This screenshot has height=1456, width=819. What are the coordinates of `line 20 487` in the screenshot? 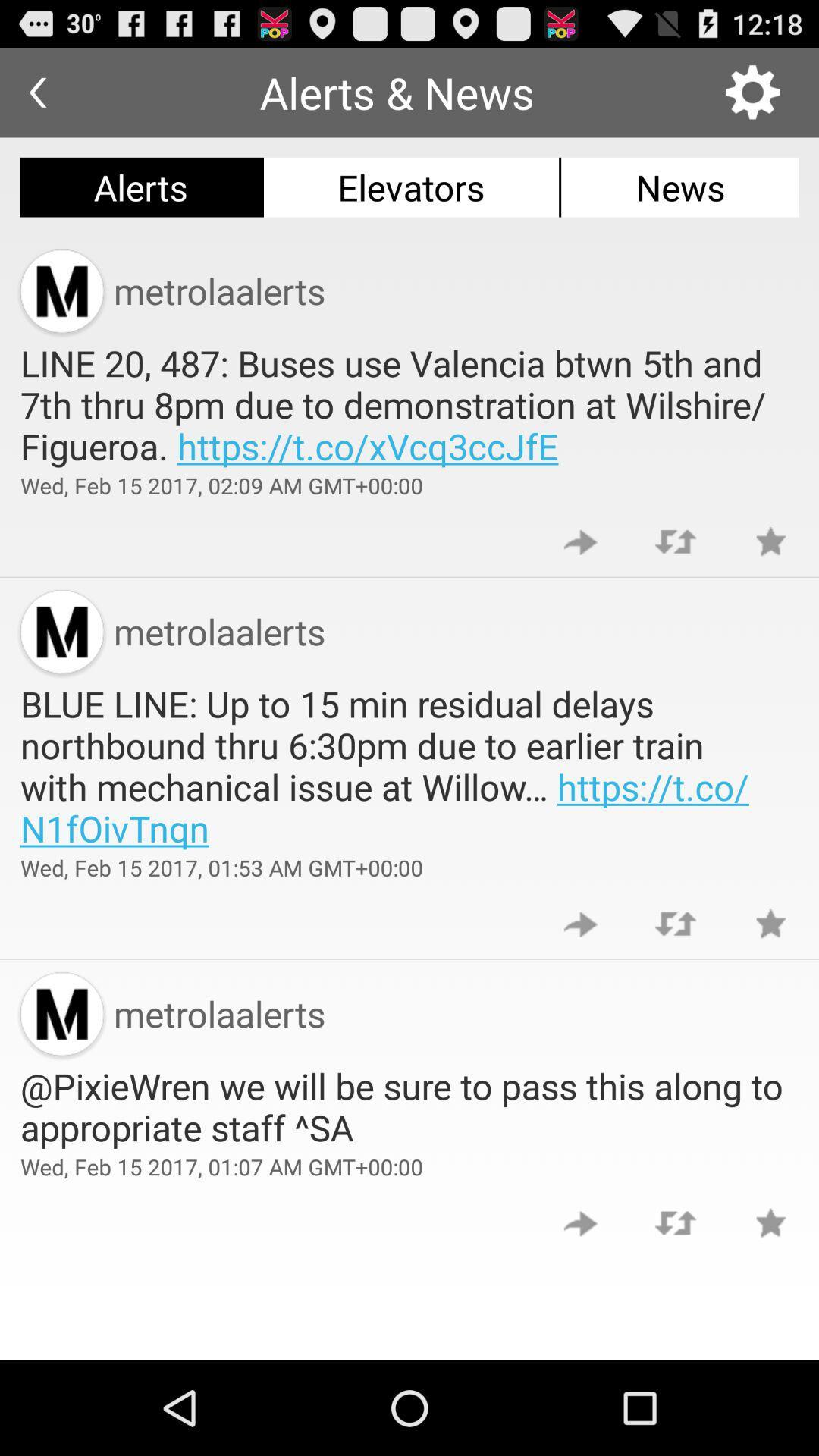 It's located at (409, 404).